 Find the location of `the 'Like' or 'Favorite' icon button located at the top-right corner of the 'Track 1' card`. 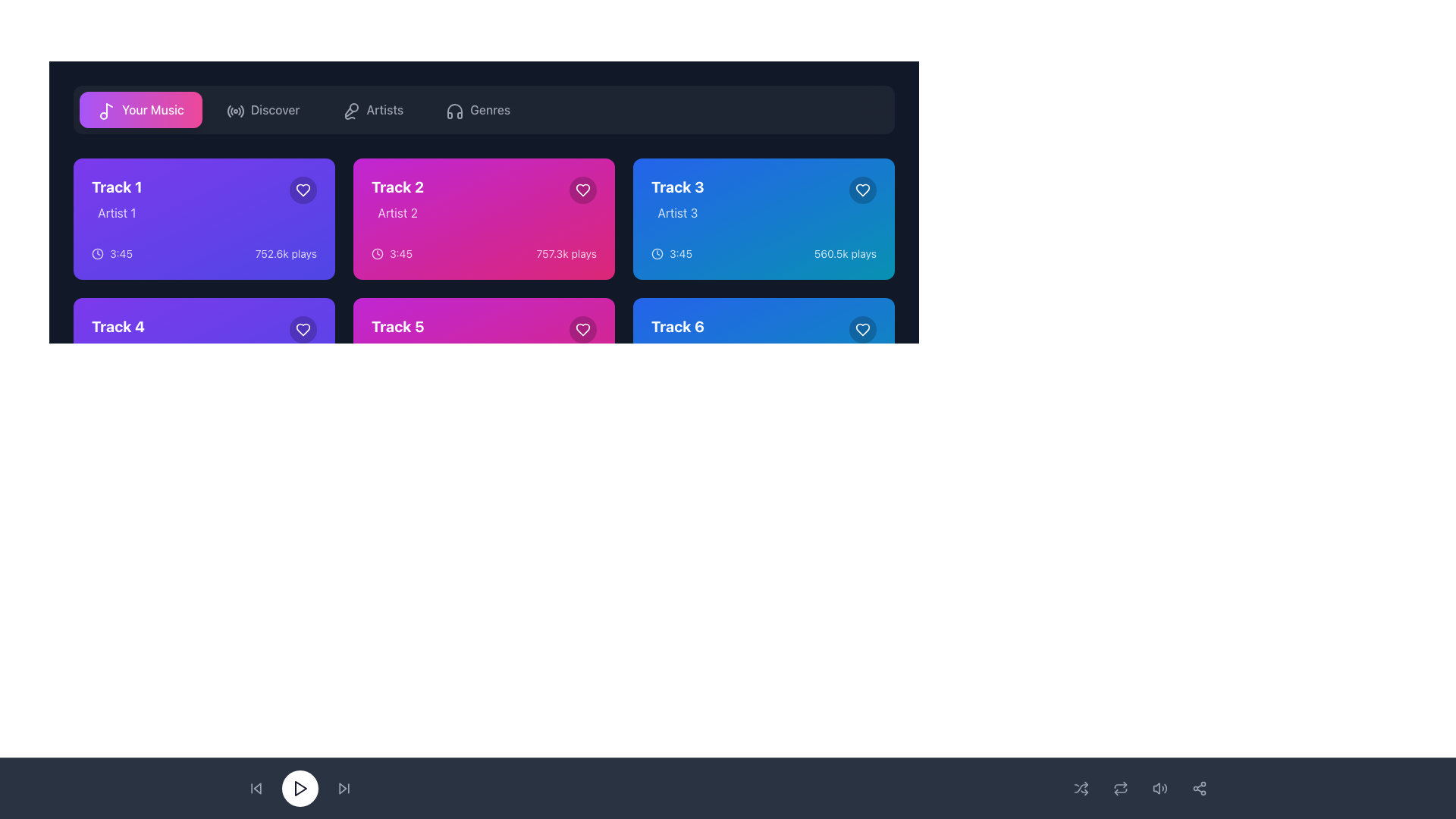

the 'Like' or 'Favorite' icon button located at the top-right corner of the 'Track 1' card is located at coordinates (303, 329).